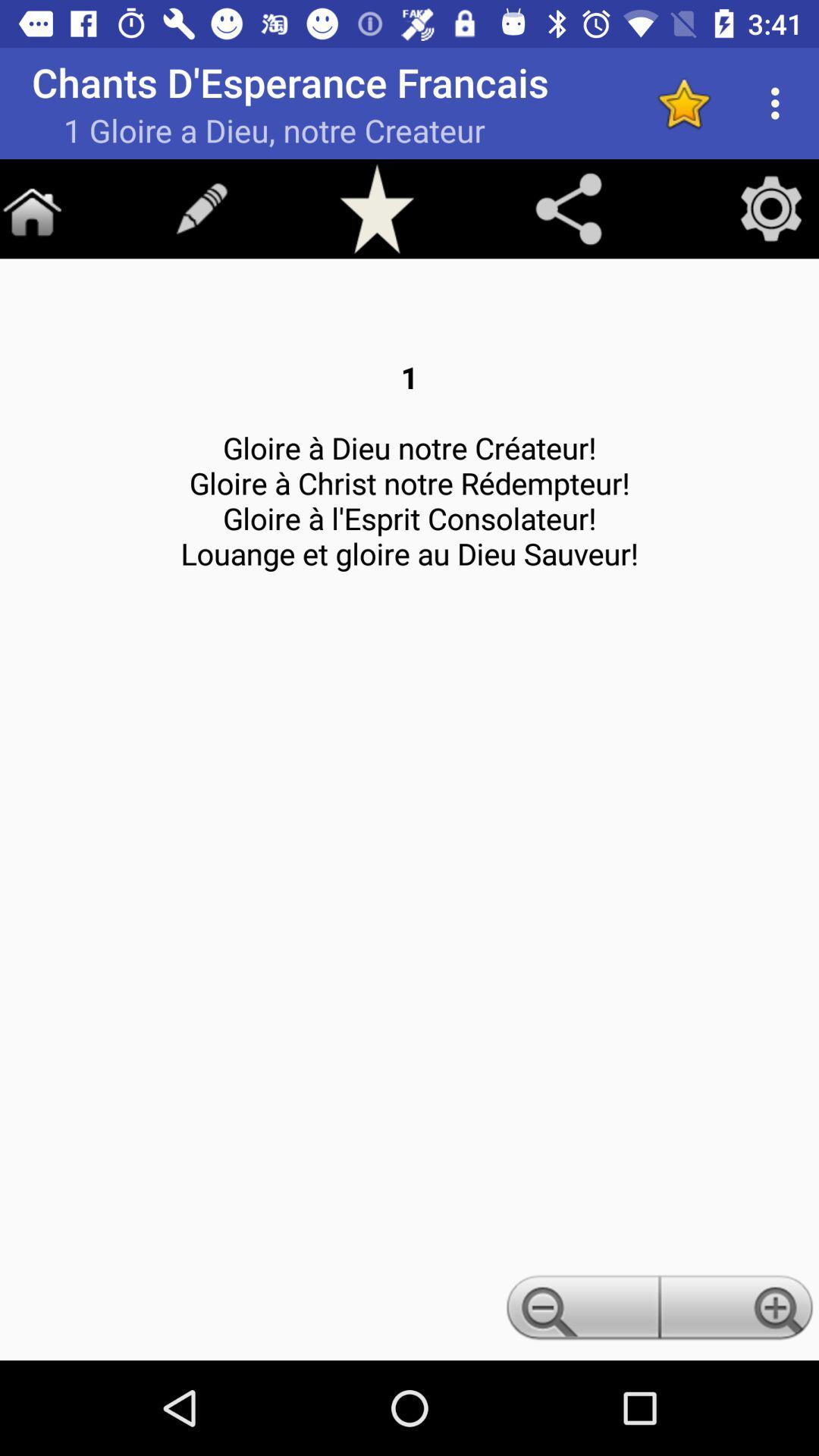 The height and width of the screenshot is (1456, 819). Describe the element at coordinates (32, 208) in the screenshot. I see `home` at that location.